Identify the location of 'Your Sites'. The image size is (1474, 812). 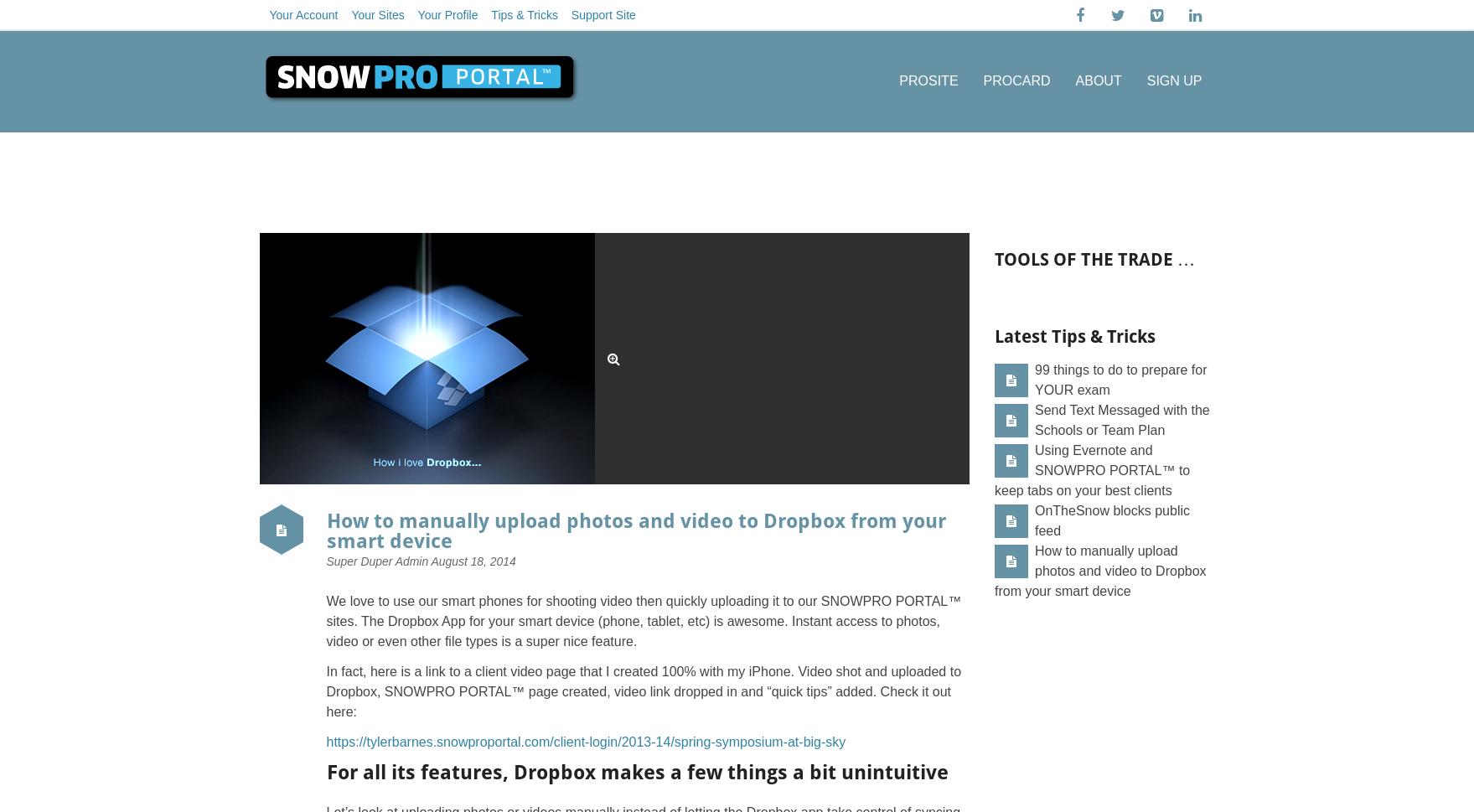
(350, 15).